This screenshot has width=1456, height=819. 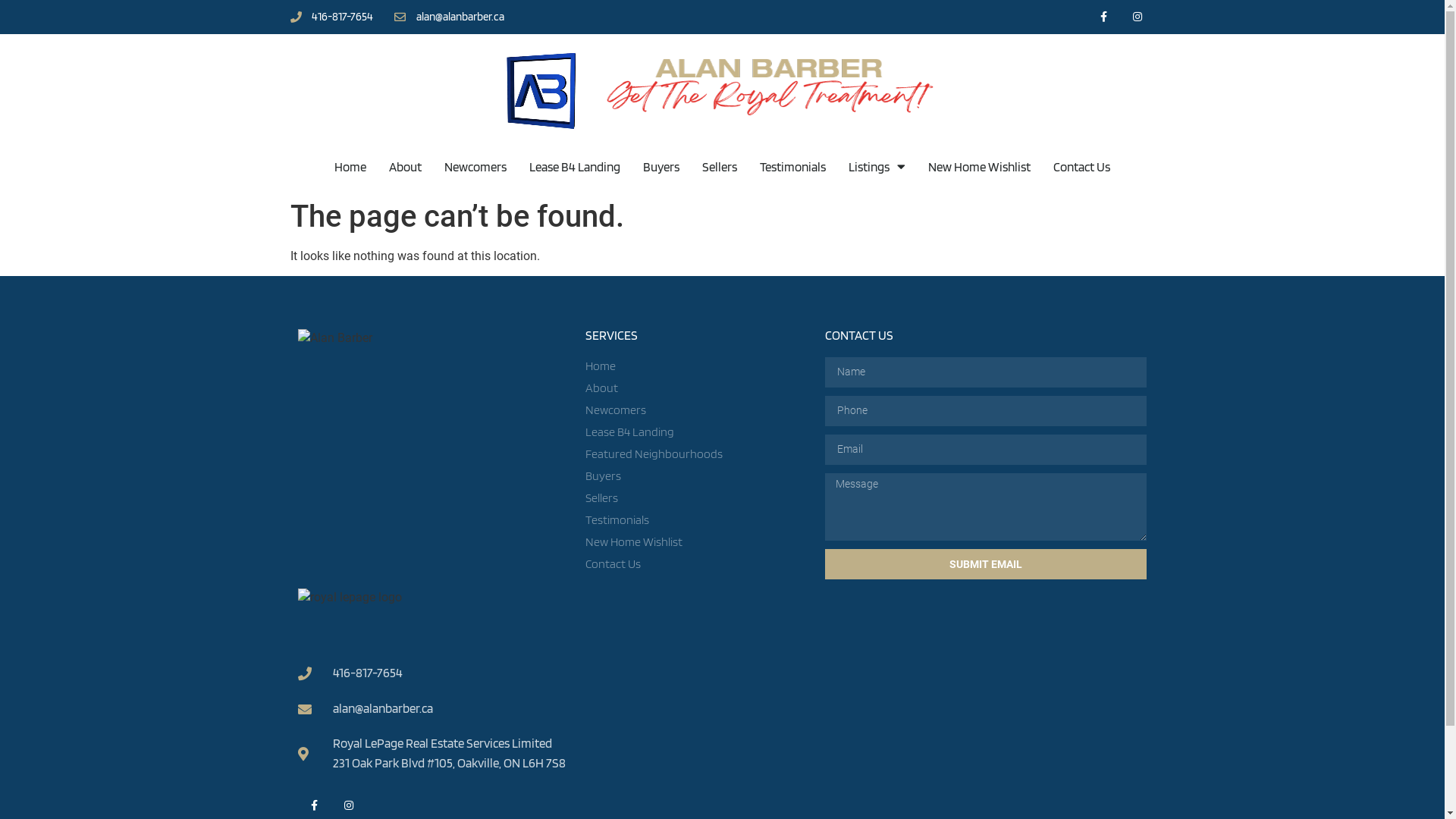 I want to click on 'alan@alanbarber.ca', so click(x=448, y=17).